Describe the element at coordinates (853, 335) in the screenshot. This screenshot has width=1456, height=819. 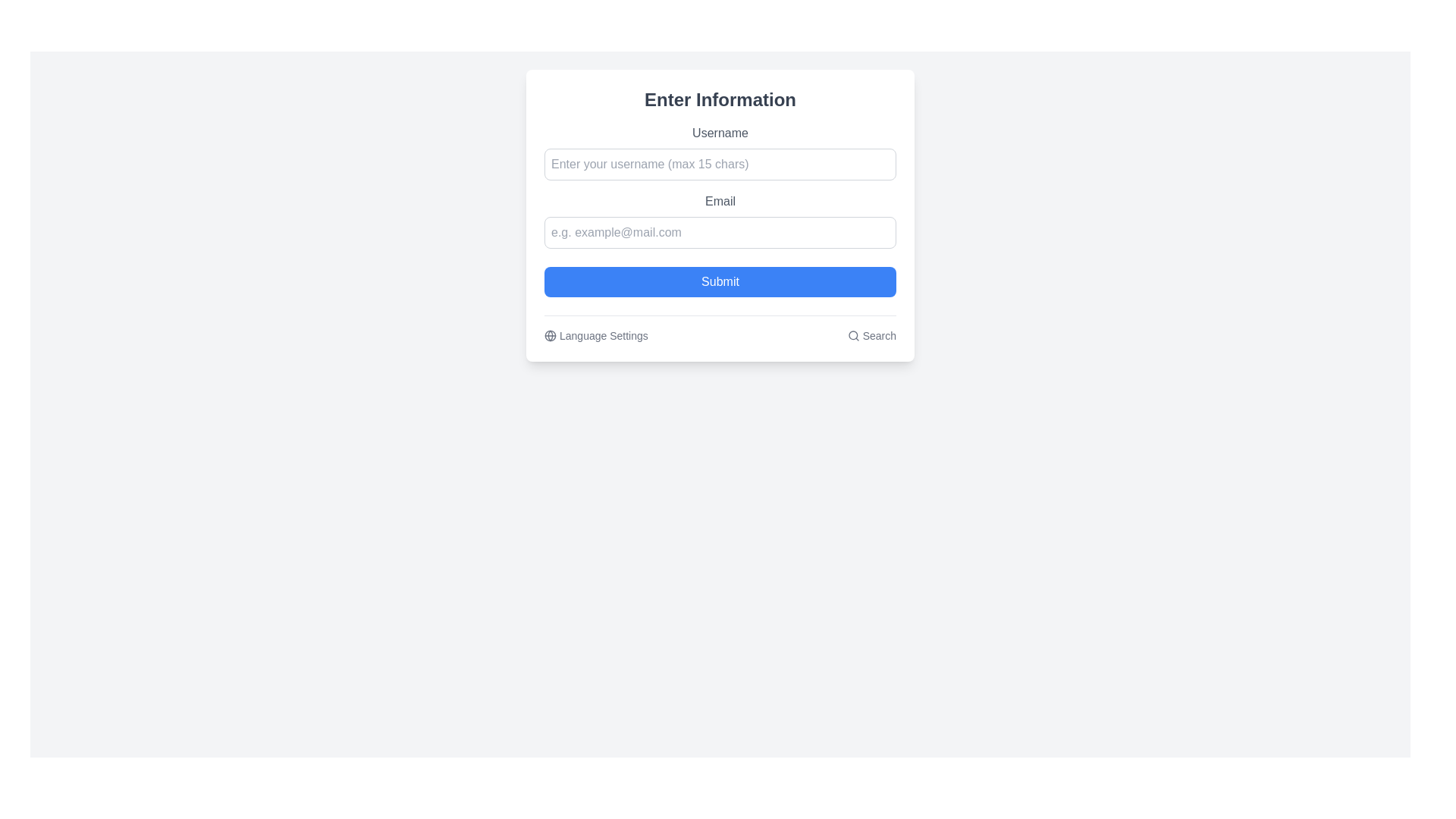
I see `the magnifying glass icon located at the bottom-right corner of the form card` at that location.